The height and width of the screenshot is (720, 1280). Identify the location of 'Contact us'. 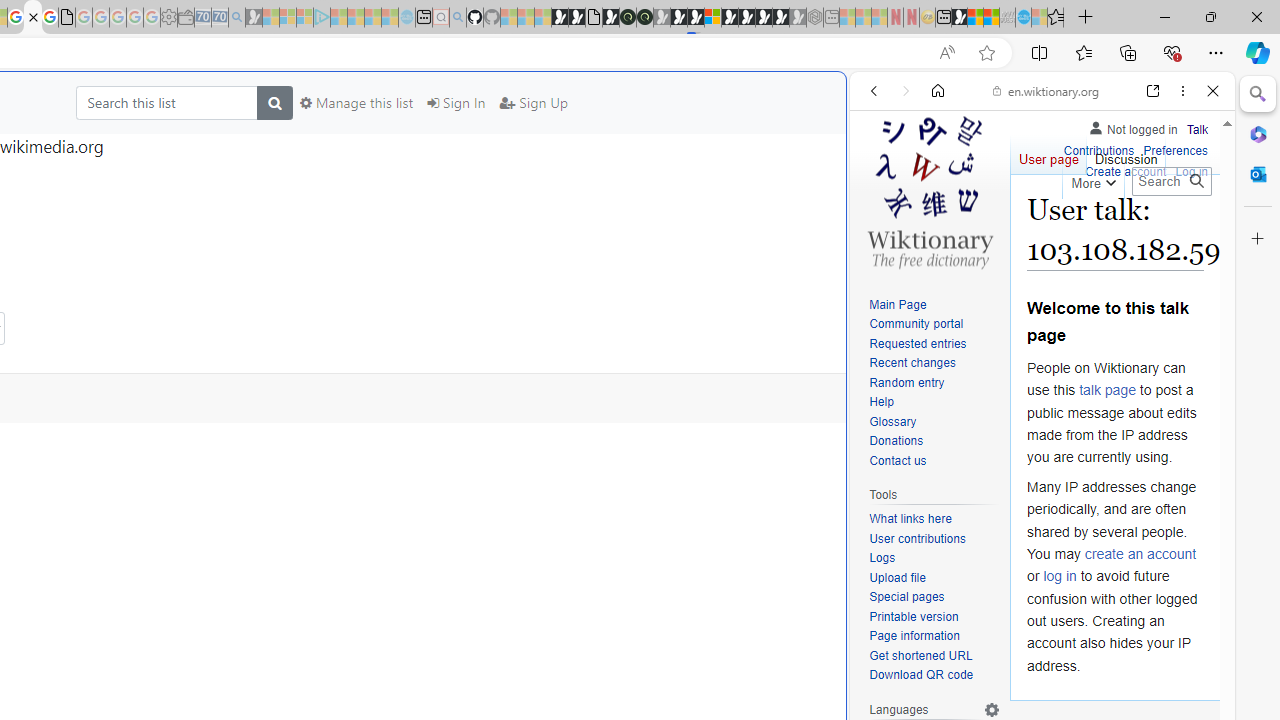
(896, 460).